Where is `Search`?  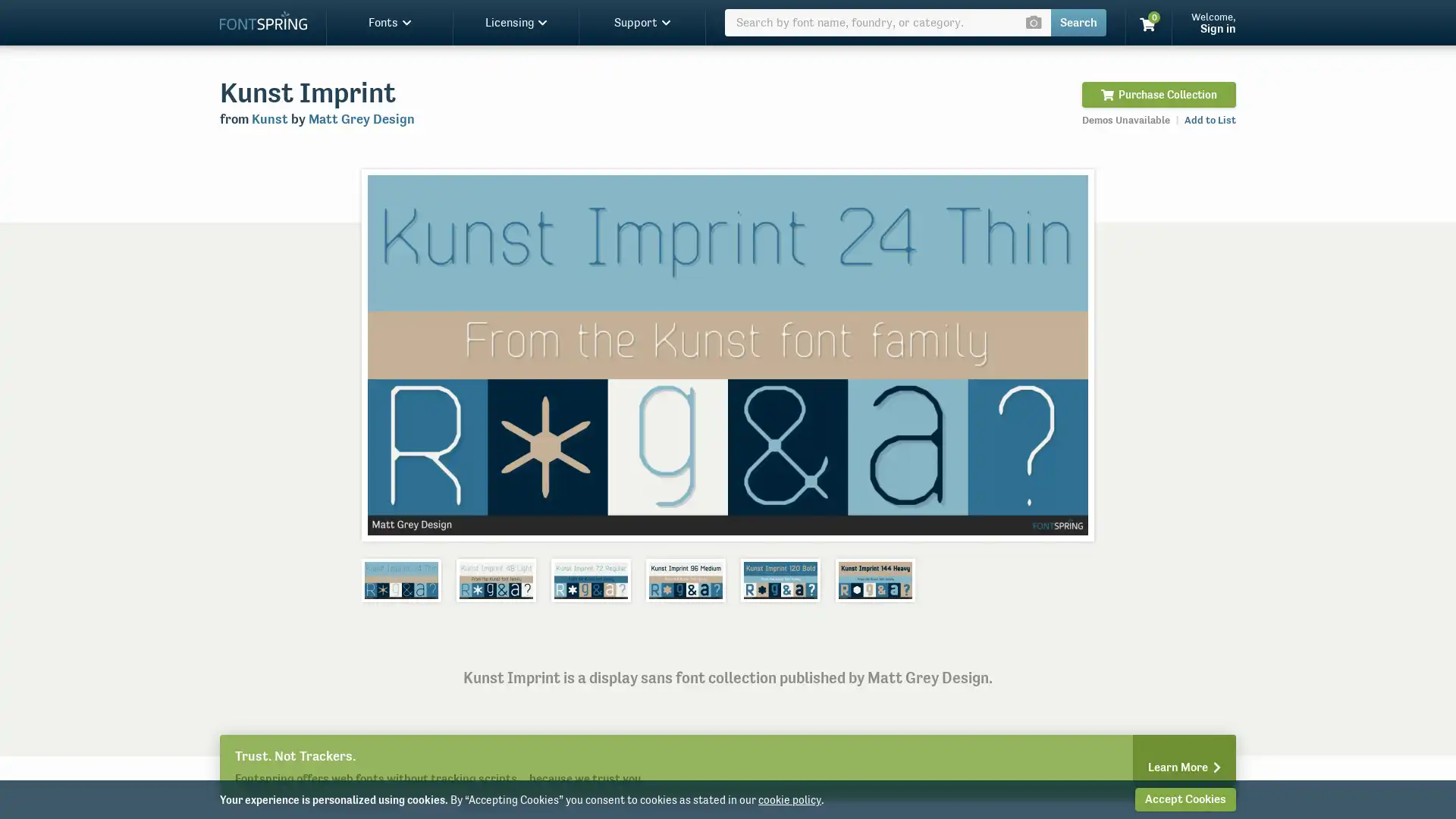
Search is located at coordinates (1078, 23).